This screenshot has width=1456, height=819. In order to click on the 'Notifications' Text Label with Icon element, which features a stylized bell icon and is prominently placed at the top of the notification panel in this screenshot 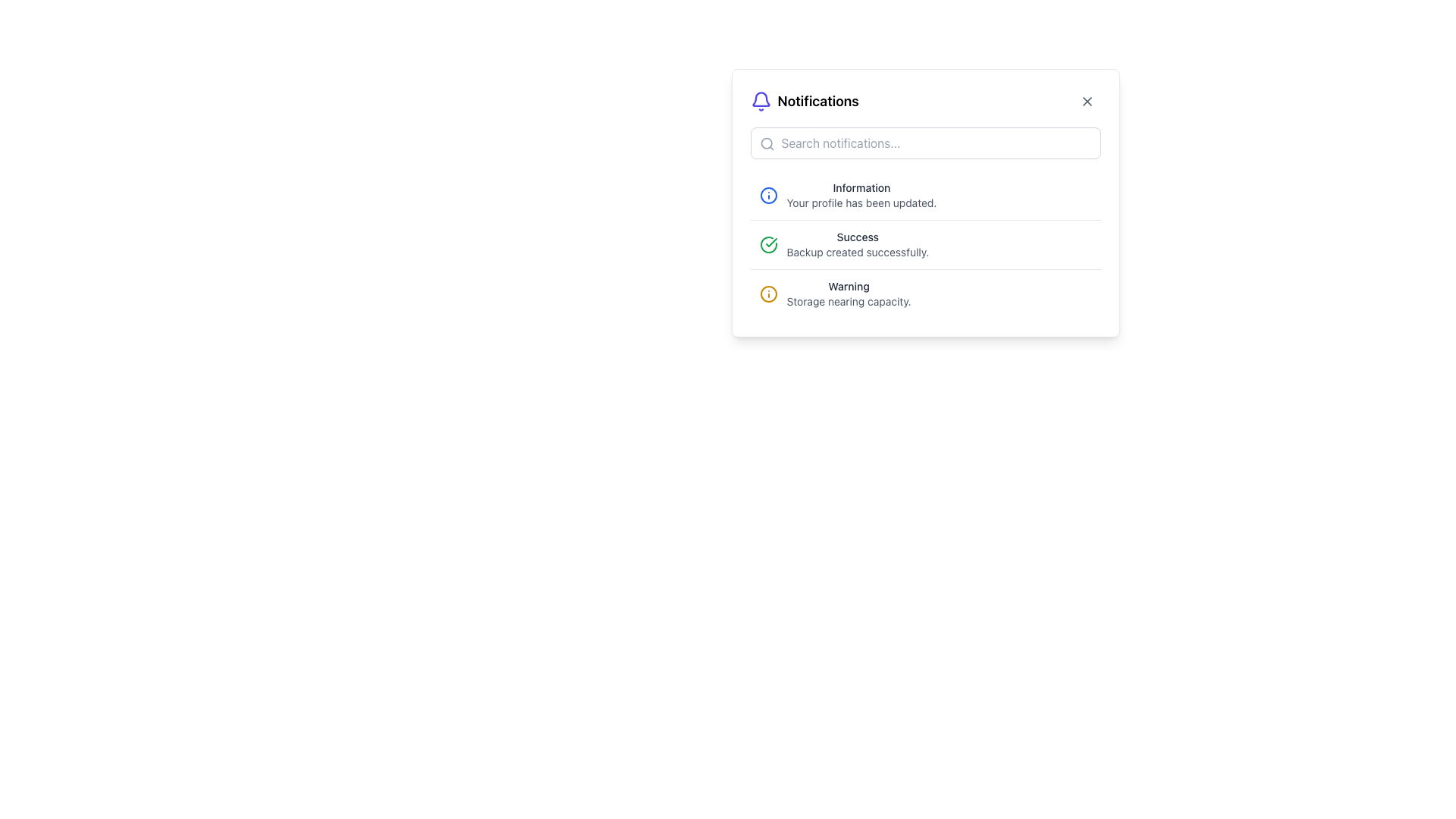, I will do `click(804, 102)`.